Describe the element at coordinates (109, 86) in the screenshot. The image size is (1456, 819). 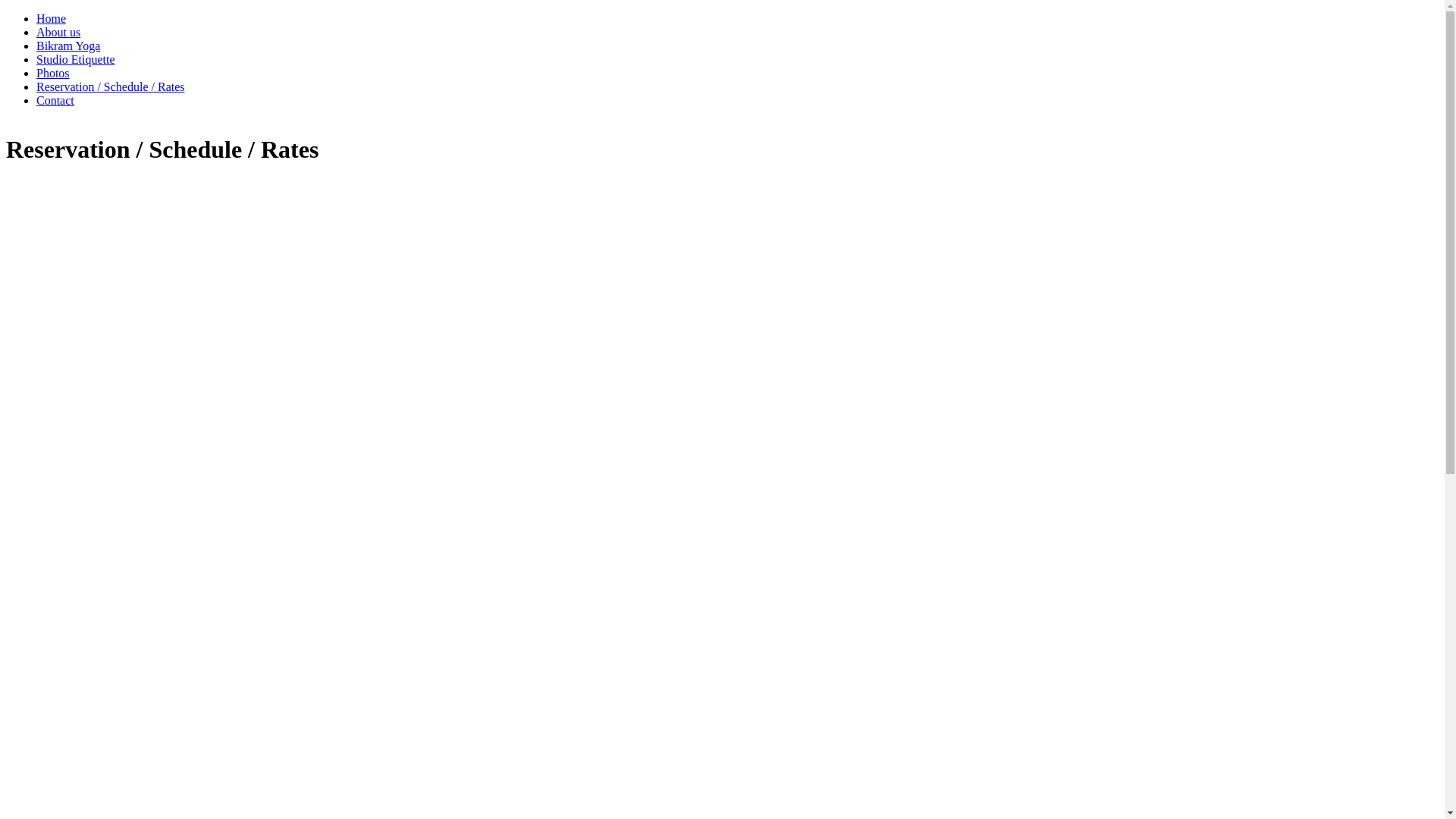
I see `'Reservation / Schedule / Rates'` at that location.